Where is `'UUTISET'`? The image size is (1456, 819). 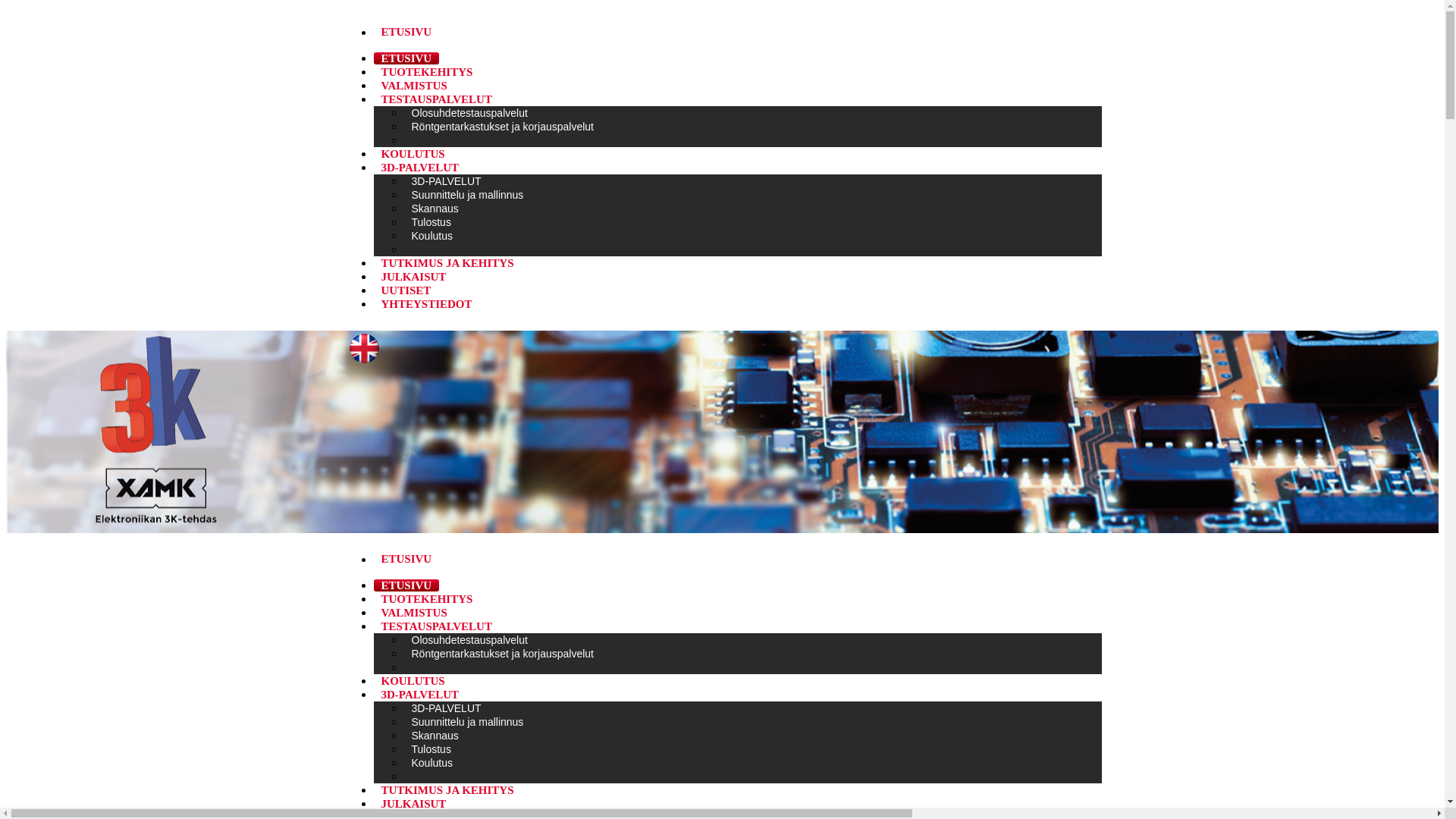
'UUTISET' is located at coordinates (405, 290).